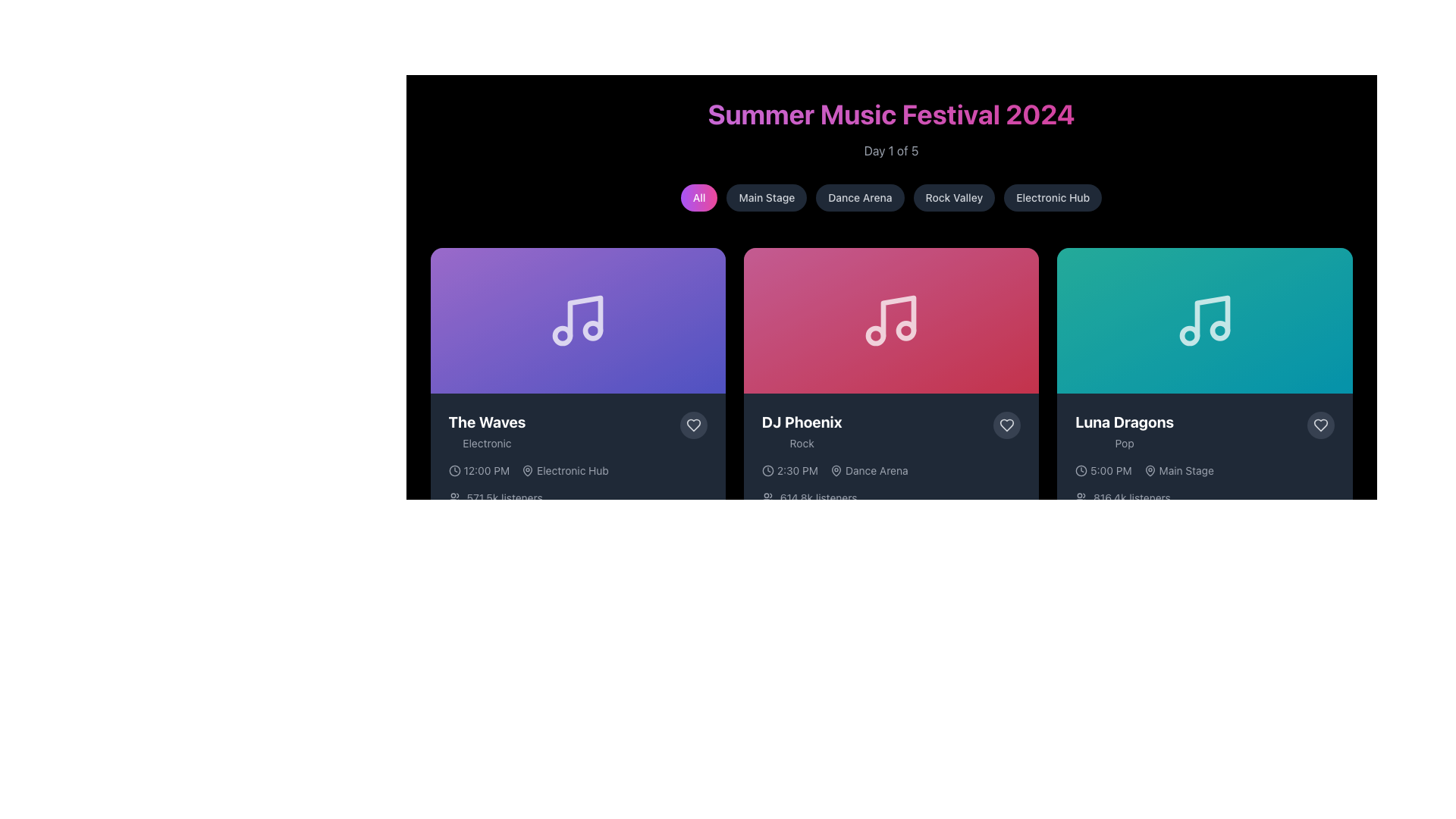 The height and width of the screenshot is (819, 1456). What do you see at coordinates (1219, 330) in the screenshot?
I see `the small circular shape within the musical note icon located at the top section of the third card for the 'Luna Dragons' event, which has a teal gradient background` at bounding box center [1219, 330].